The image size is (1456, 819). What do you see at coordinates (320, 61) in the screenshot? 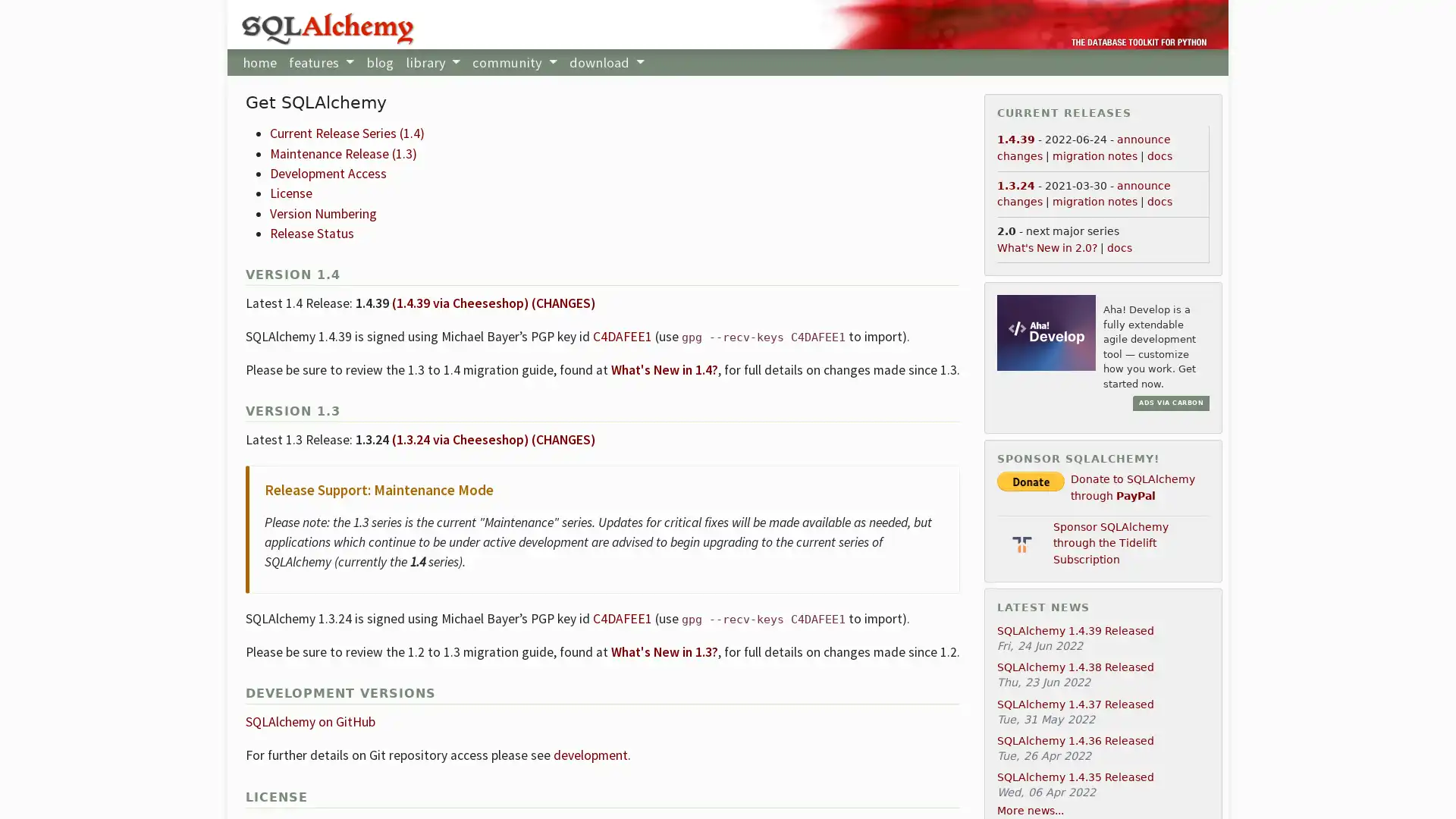
I see `features` at bounding box center [320, 61].